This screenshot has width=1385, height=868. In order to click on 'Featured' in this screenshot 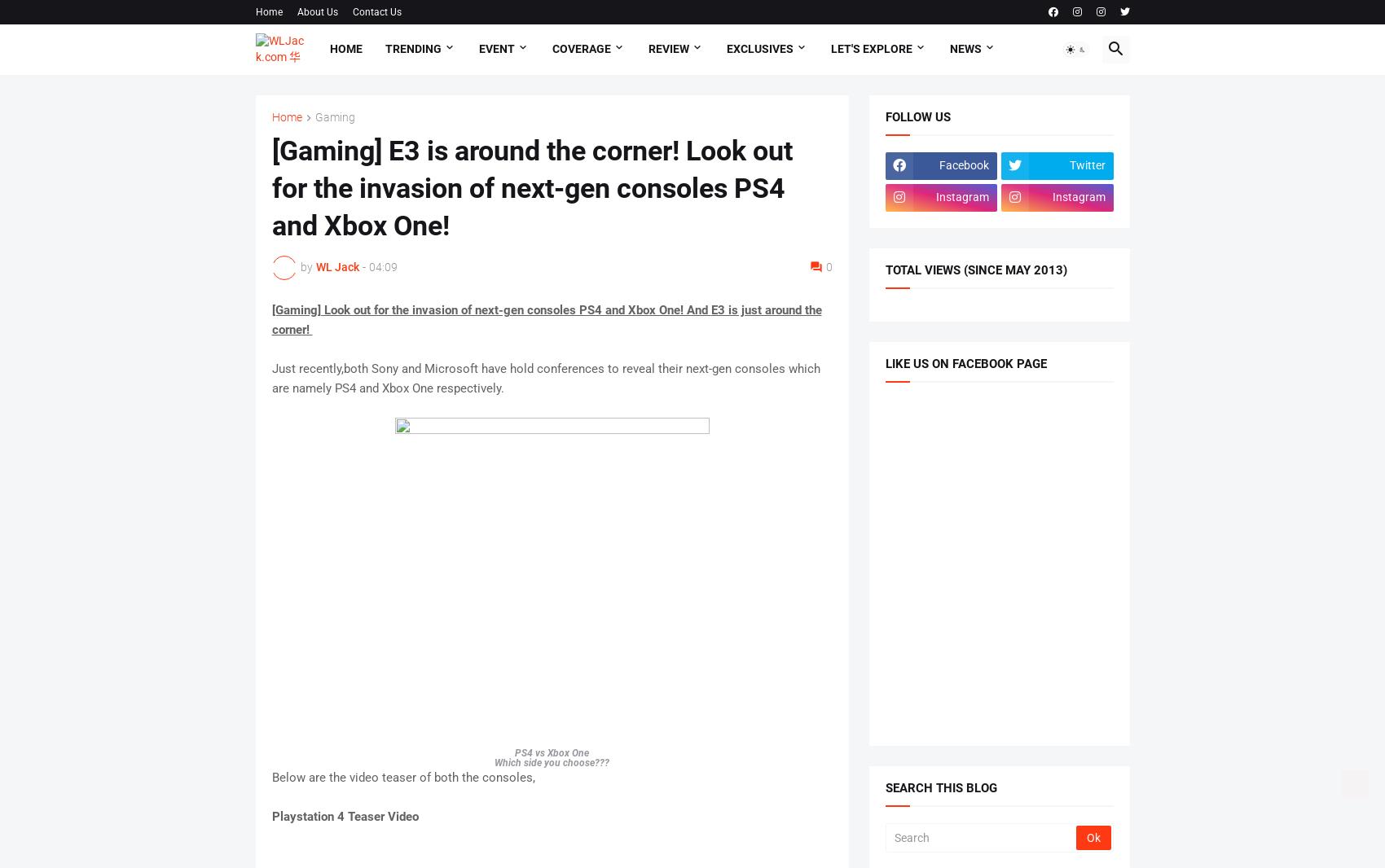, I will do `click(293, 161)`.